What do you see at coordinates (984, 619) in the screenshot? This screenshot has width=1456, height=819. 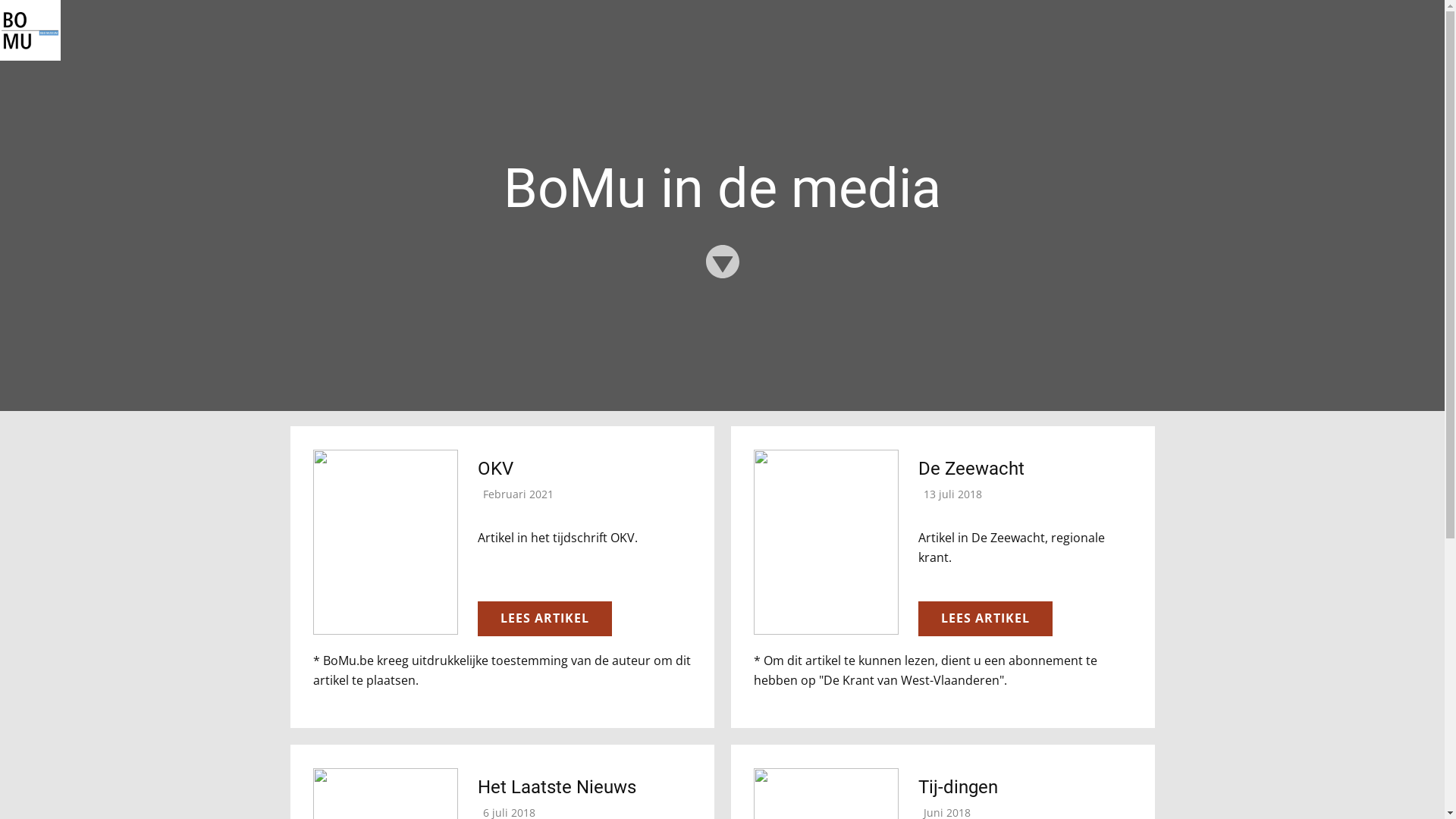 I see `'LEES ARTIKEL'` at bounding box center [984, 619].